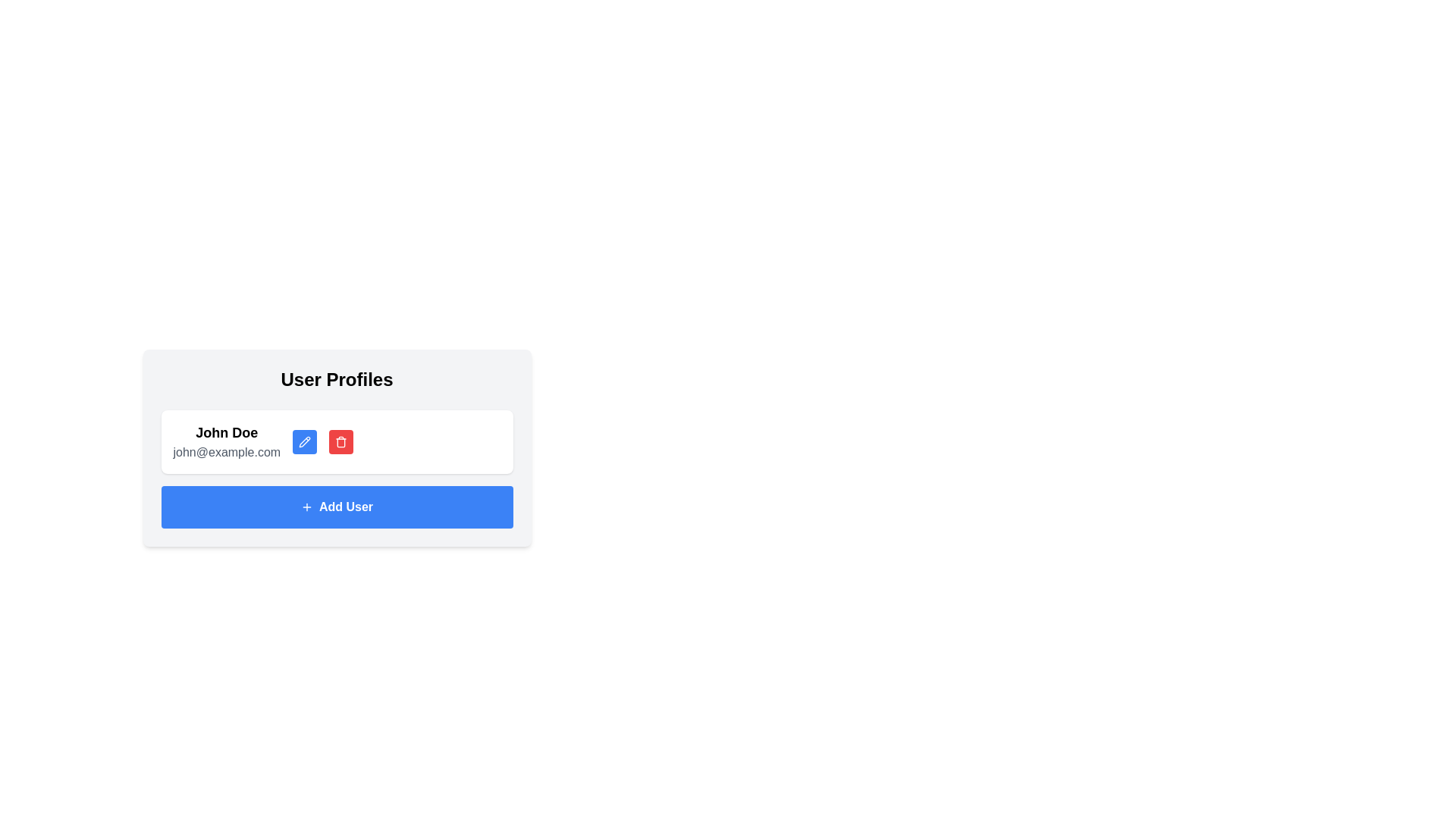 This screenshot has height=819, width=1456. I want to click on the user's profile information display in the 'User Profiles' section, which includes an edit and delete button on its right side, so click(263, 441).